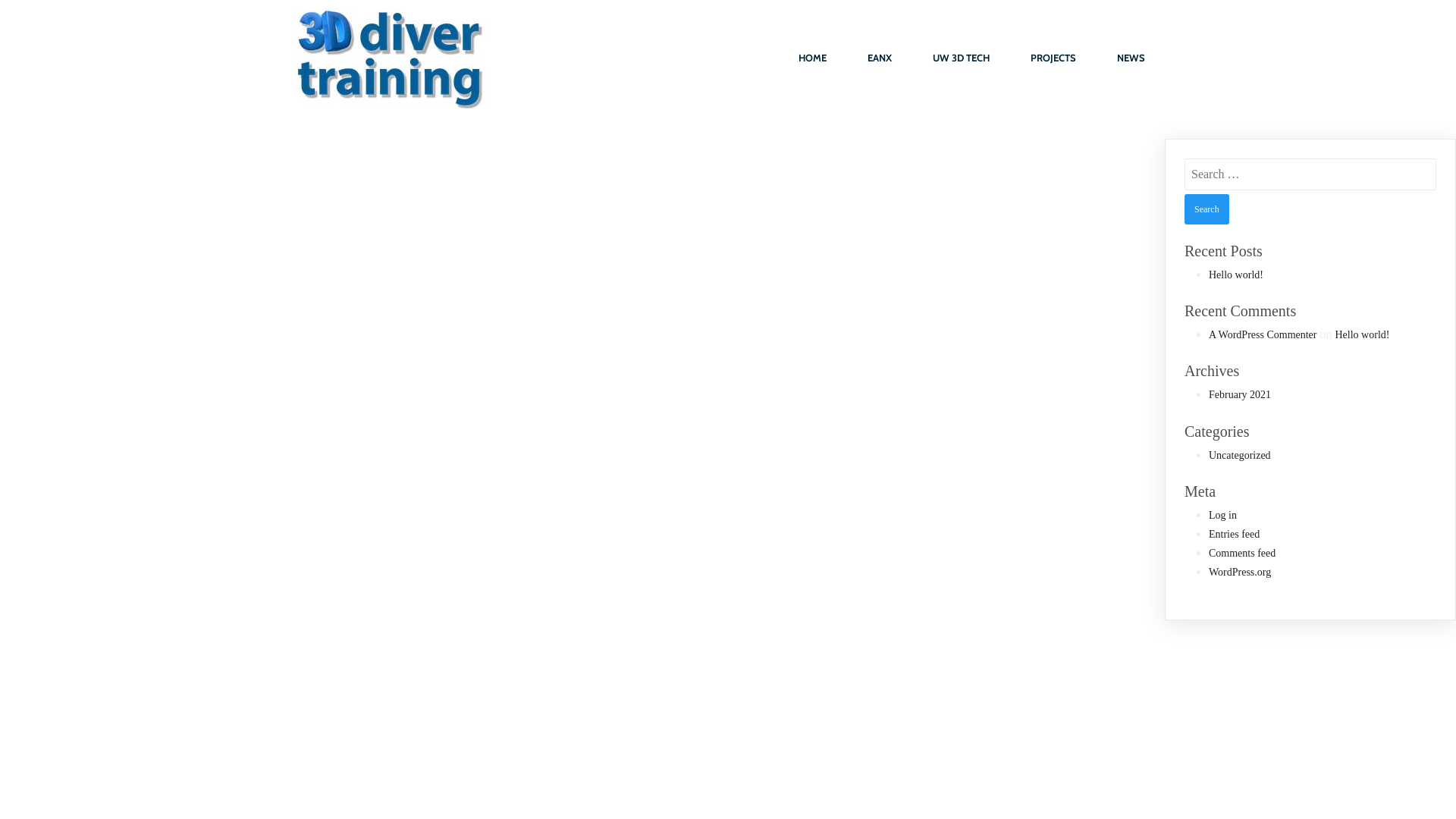 This screenshot has height=819, width=1456. Describe the element at coordinates (912, 58) in the screenshot. I see `'UW 3D TECH'` at that location.